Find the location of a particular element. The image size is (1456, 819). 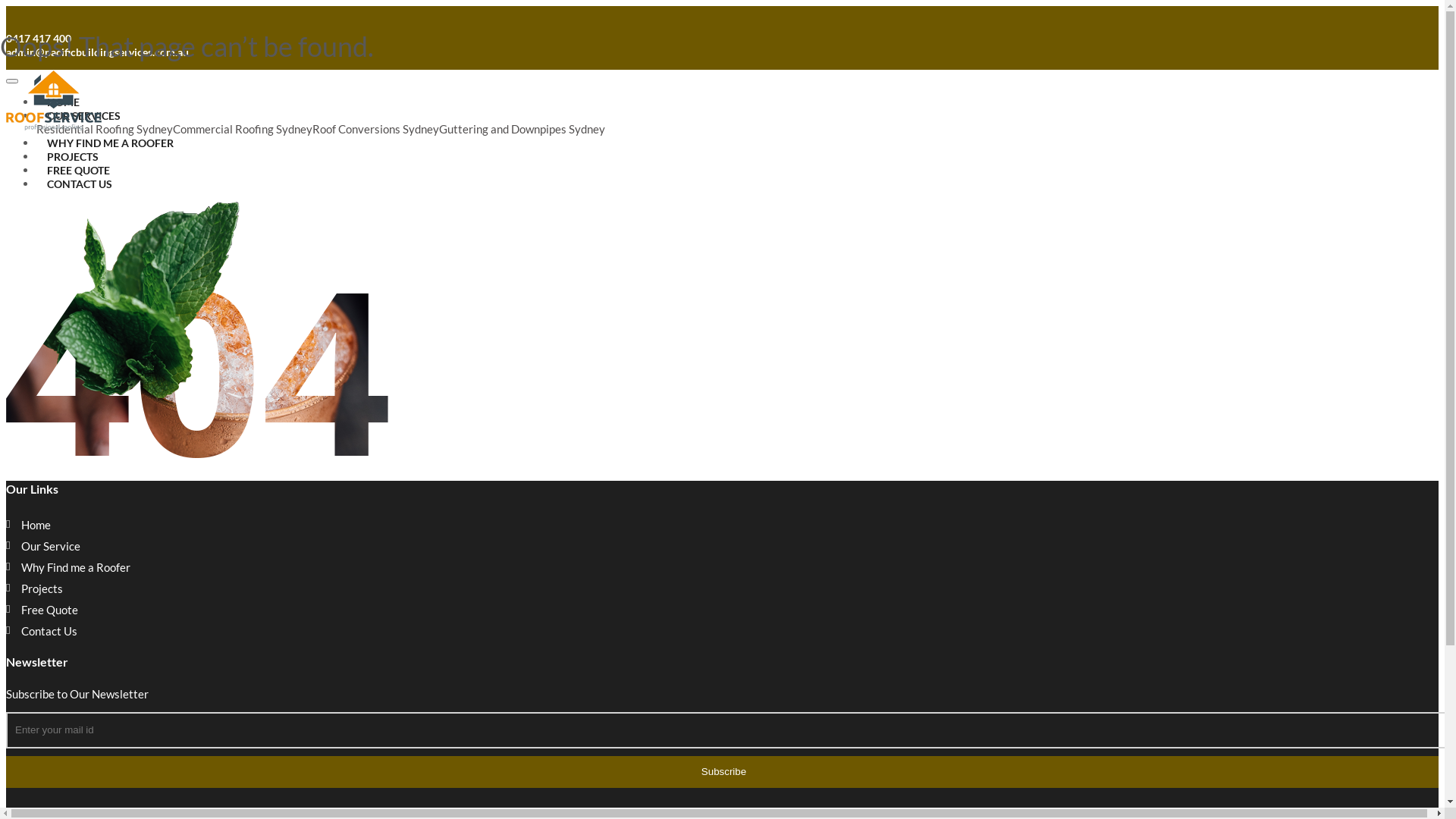

'Commercial Roofing Sydney' is located at coordinates (243, 127).